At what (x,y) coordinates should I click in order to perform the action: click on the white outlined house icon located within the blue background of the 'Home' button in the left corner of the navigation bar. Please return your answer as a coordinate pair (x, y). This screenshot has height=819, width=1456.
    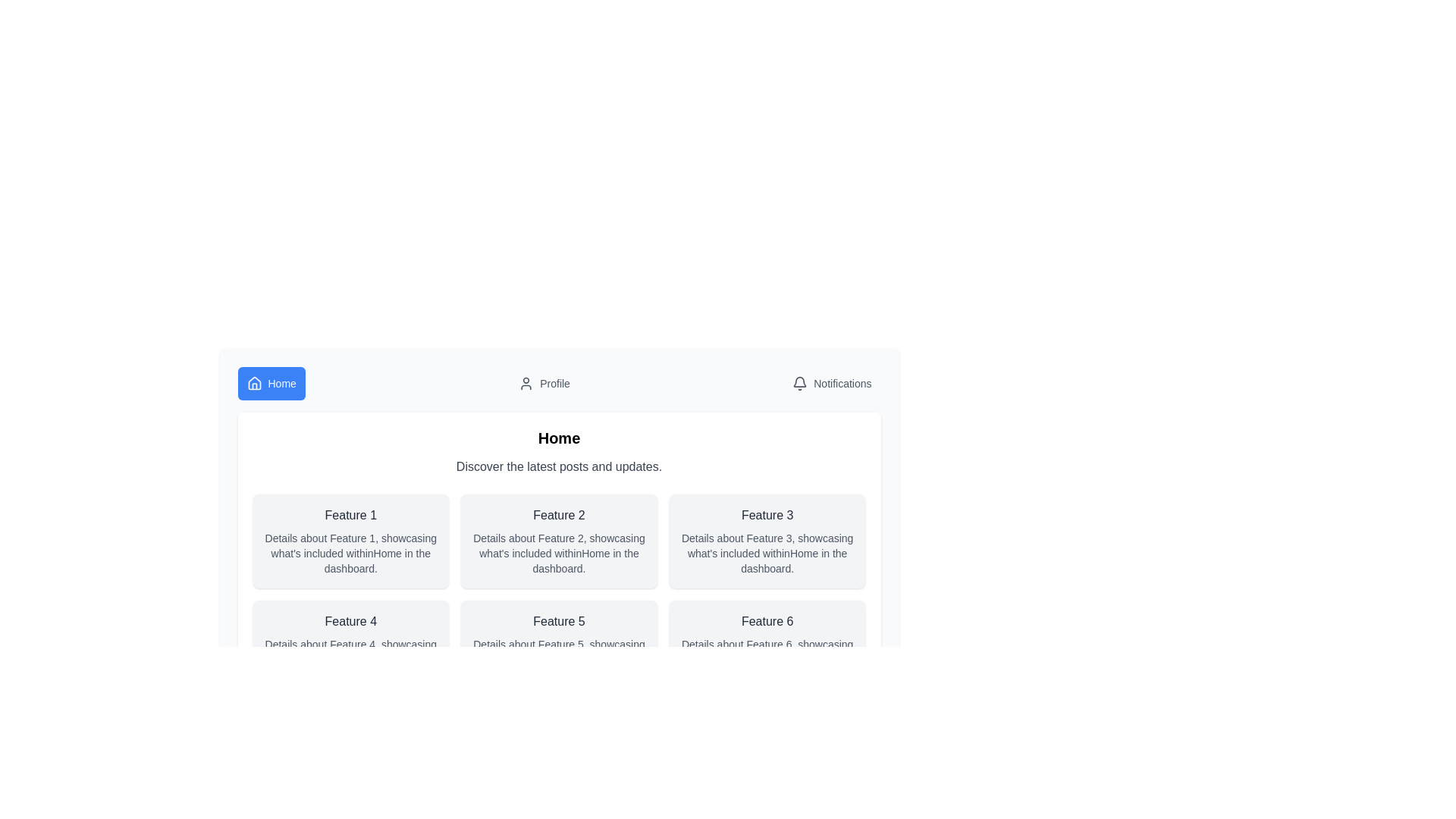
    Looking at the image, I should click on (254, 382).